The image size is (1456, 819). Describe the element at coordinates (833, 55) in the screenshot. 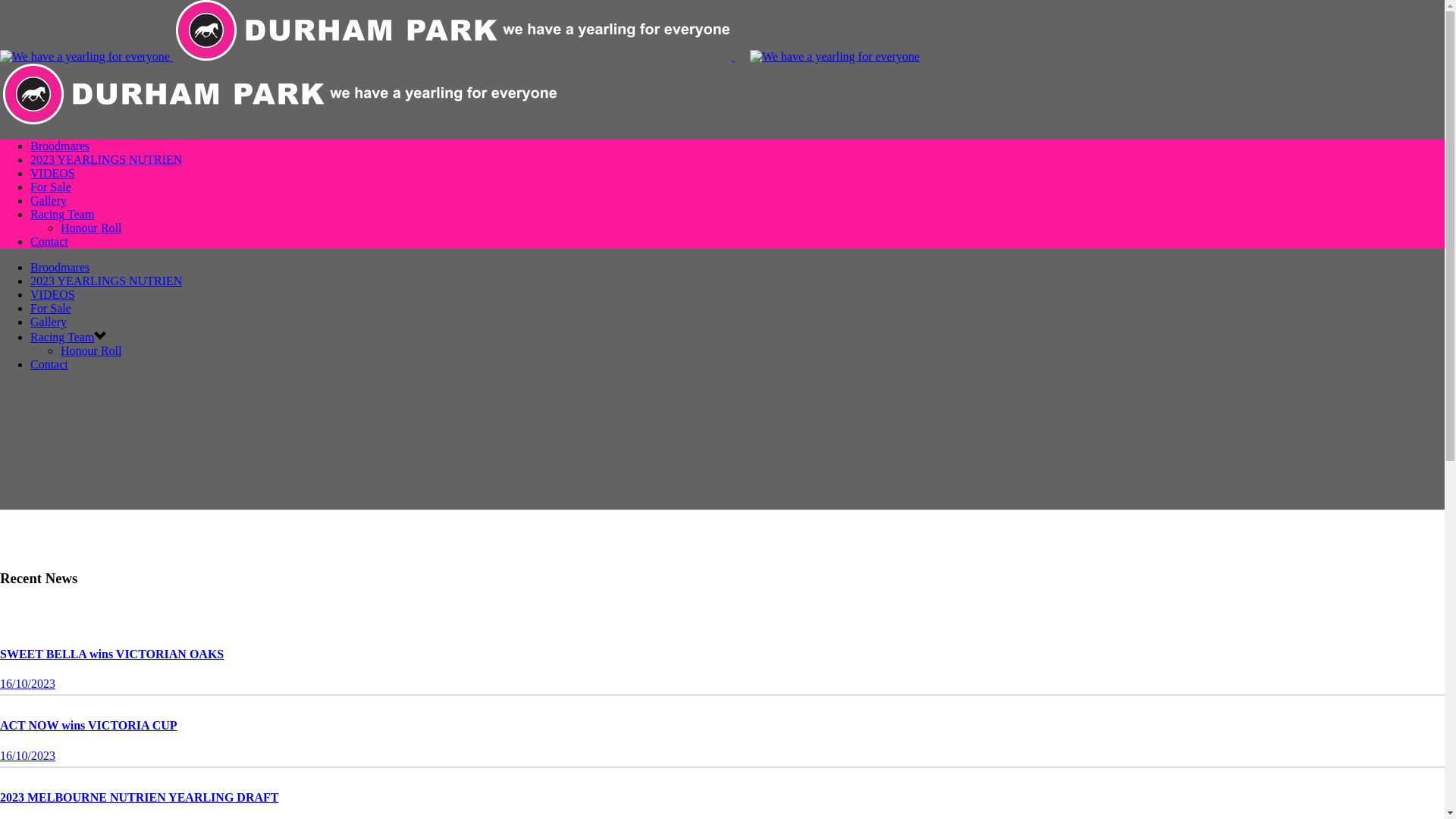

I see `'We have a yearling for everyone'` at that location.